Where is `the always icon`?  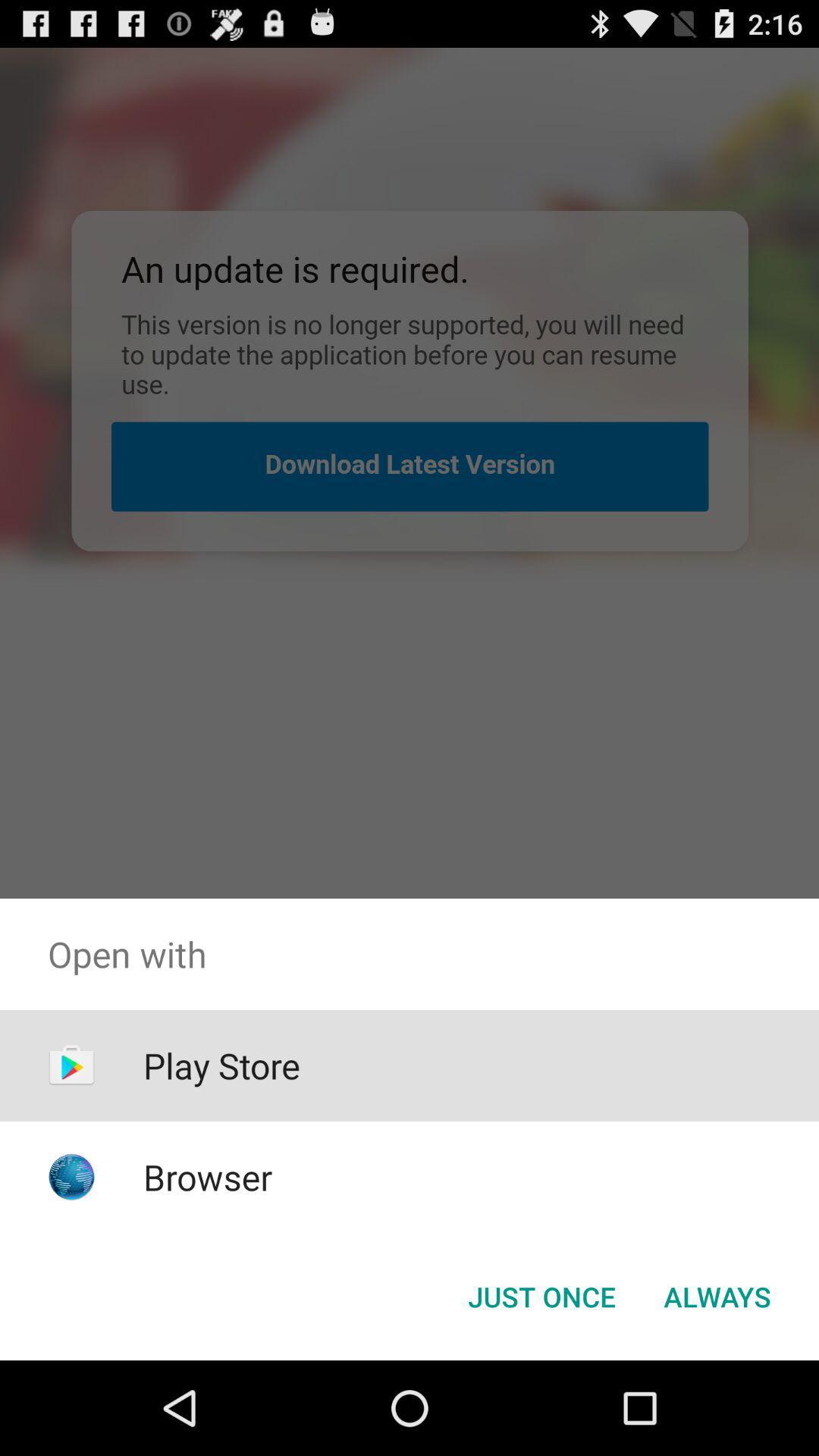 the always icon is located at coordinates (717, 1295).